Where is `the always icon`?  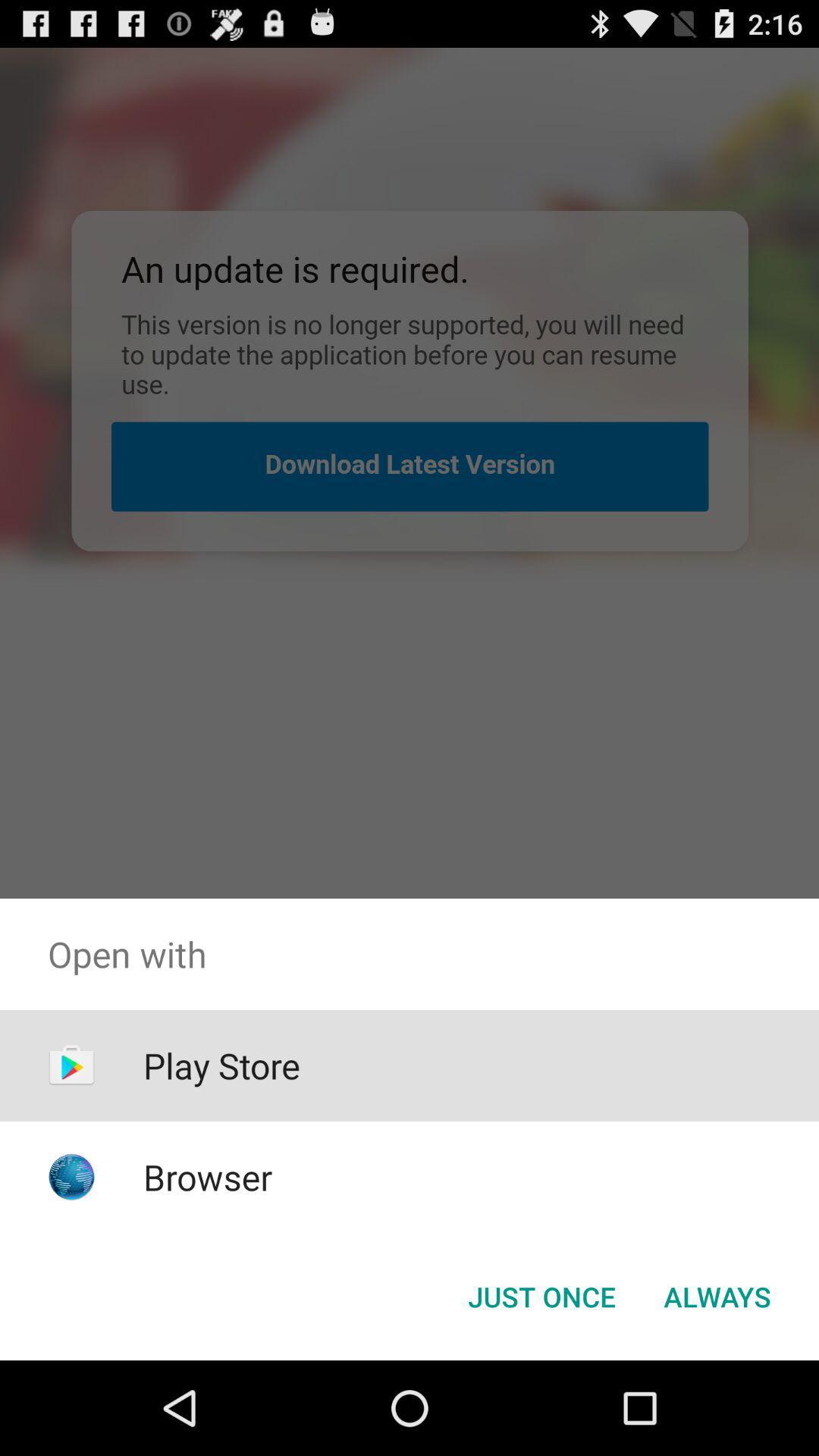 the always icon is located at coordinates (717, 1295).